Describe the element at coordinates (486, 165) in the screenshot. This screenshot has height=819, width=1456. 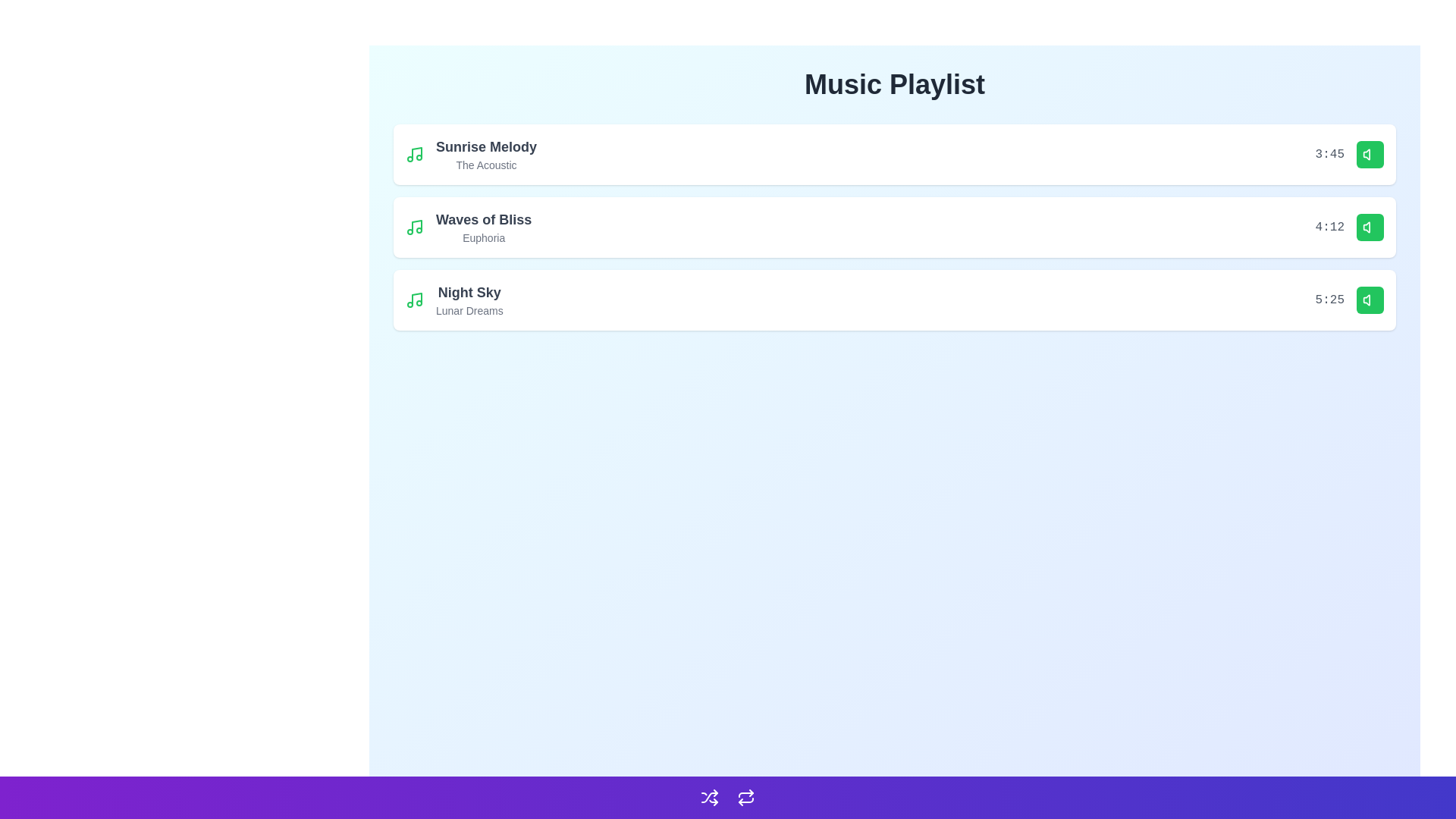
I see `the text label 'The Acoustic', which is styled in small gray font and located beneath the heading 'Sunrise Melody' in the 'Music Playlist' section` at that location.